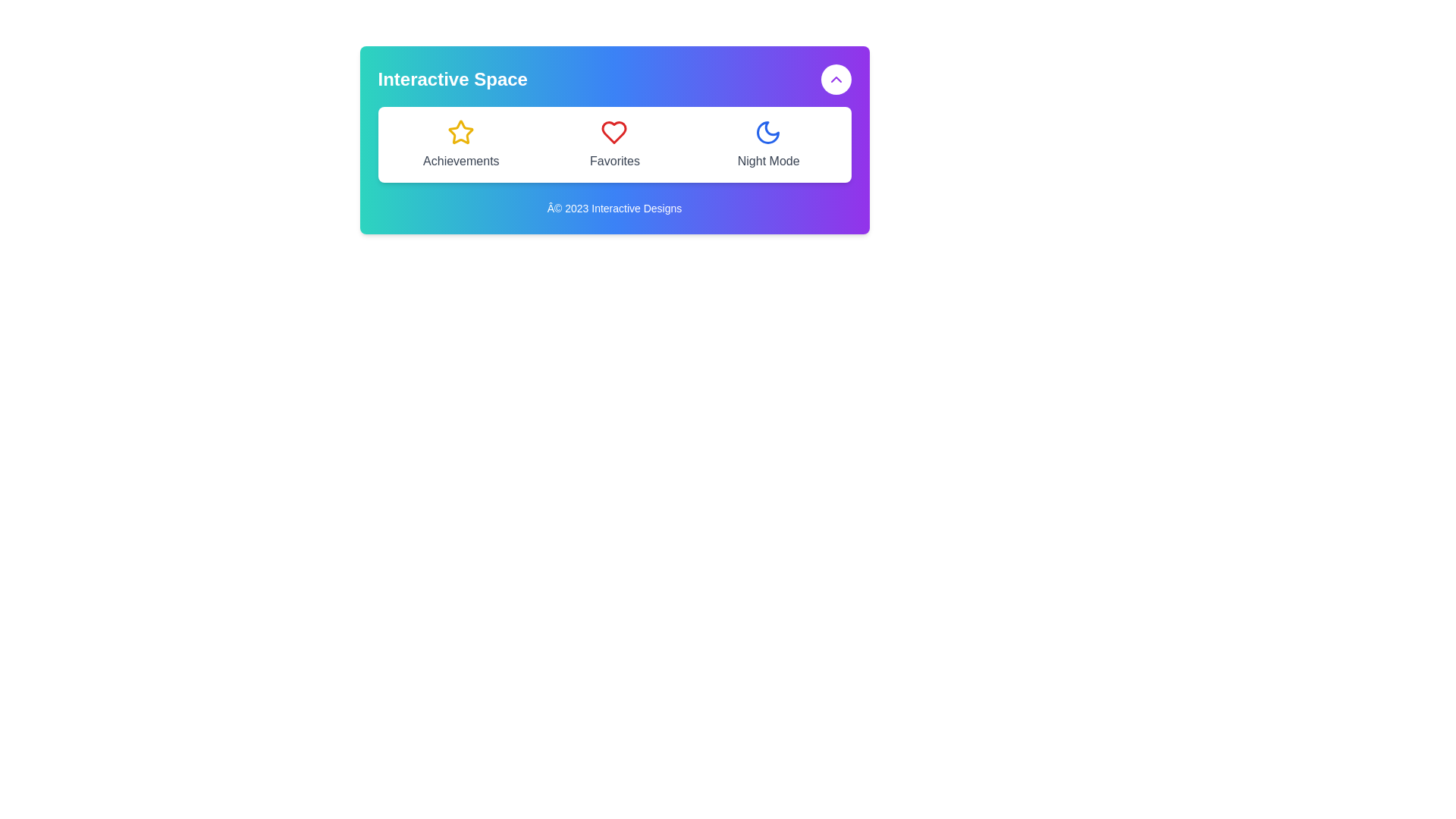  Describe the element at coordinates (768, 145) in the screenshot. I see `the blue crescent moon icon of the 'Night Mode' button for additional information` at that location.